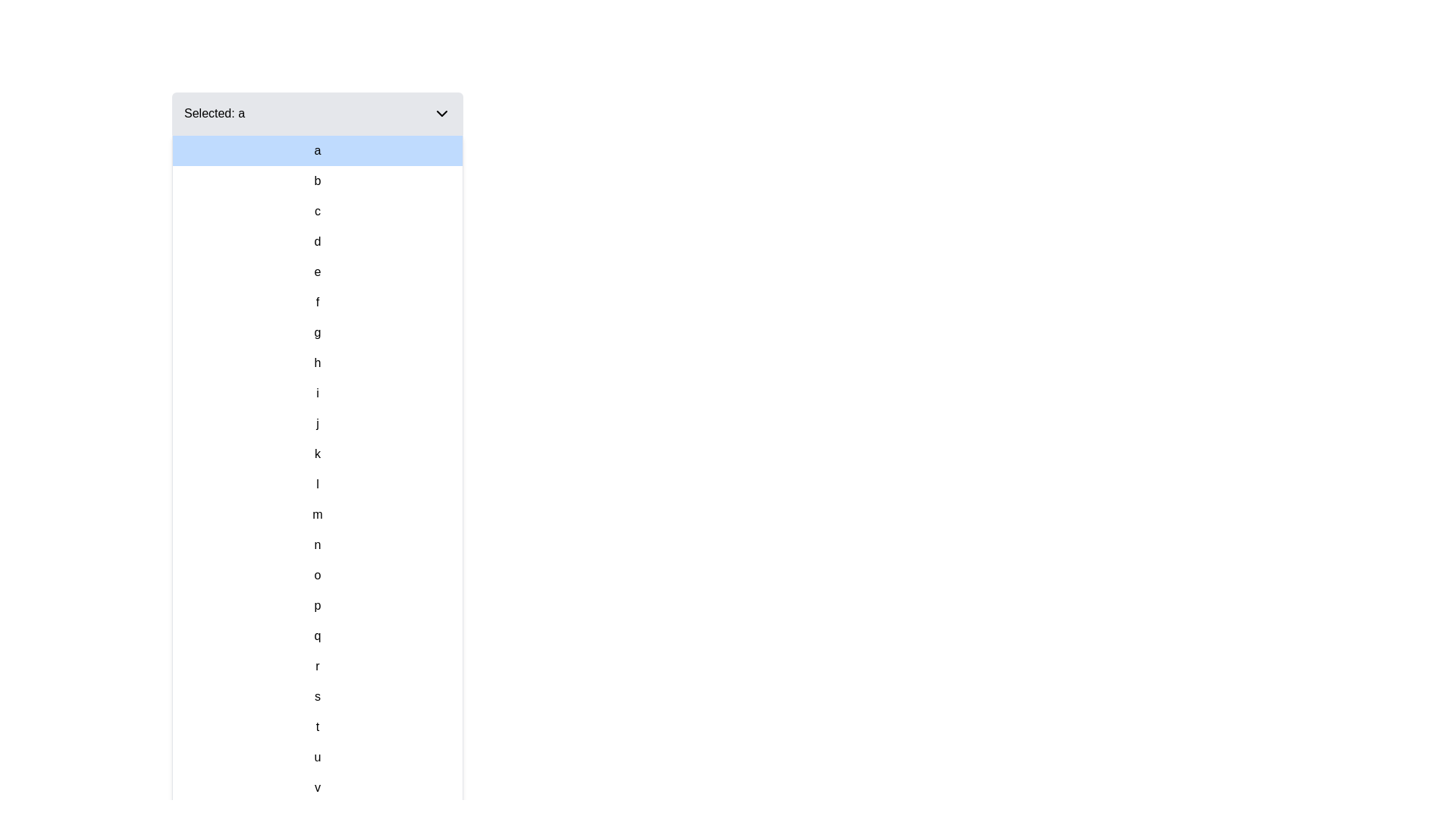 This screenshot has width=1456, height=819. Describe the element at coordinates (316, 271) in the screenshot. I see `the medium-sized lowercase letter 'e', which is the fifth element in a vertical list of letters` at that location.